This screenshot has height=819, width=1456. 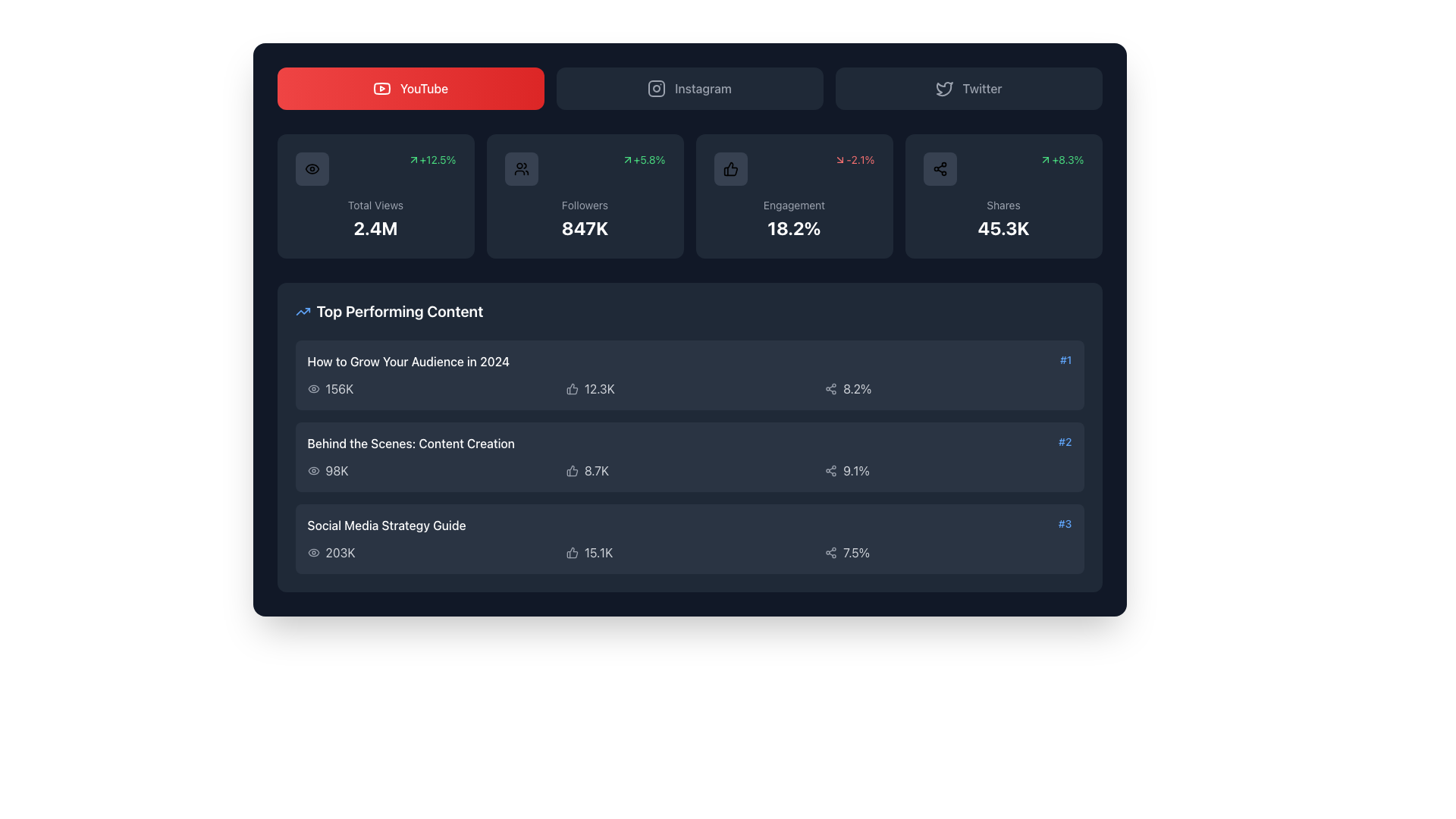 What do you see at coordinates (571, 388) in the screenshot?
I see `the thumbs-up icon located in the 'Top Performing Content' section, next to the engagement count of the list item 'Behind the Scenes: Content Creation'` at bounding box center [571, 388].